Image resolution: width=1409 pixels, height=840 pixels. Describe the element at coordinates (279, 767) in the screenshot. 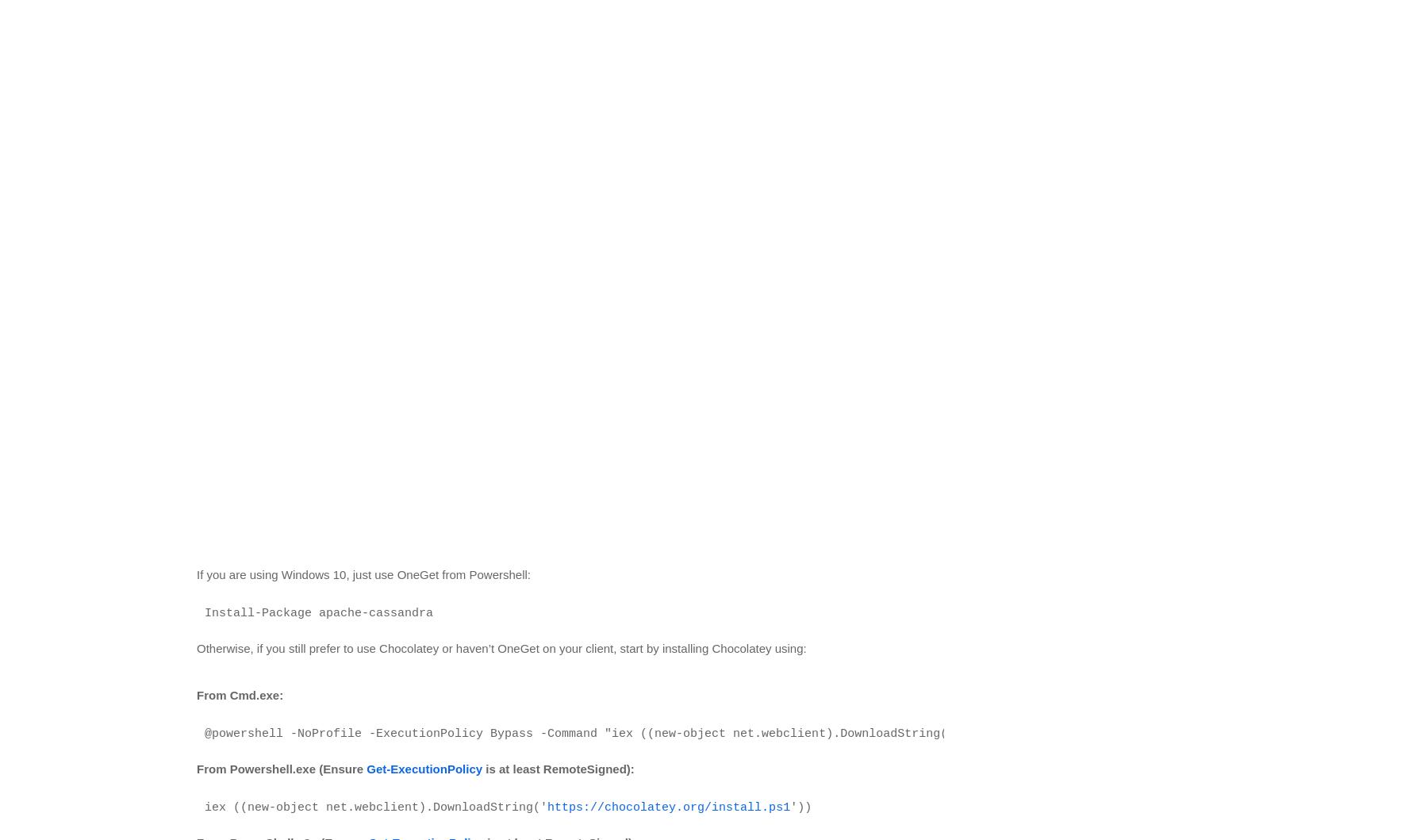

I see `'From Powershell.exe (Ensure'` at that location.